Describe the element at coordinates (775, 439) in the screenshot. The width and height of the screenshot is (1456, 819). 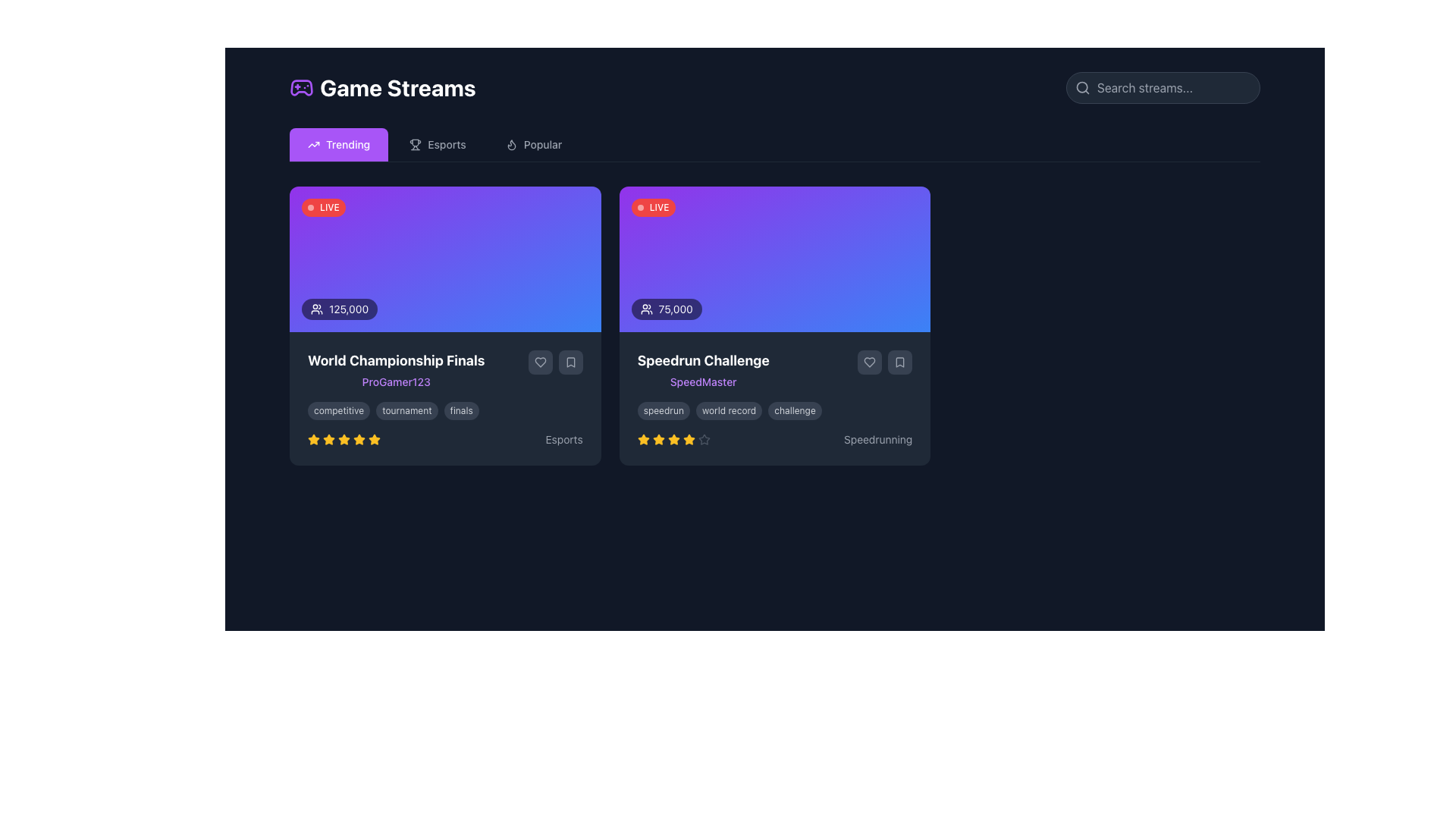
I see `text label located at the bottom-right of the 'Speedrun Challenge' card that denotes 'Speedrunning'` at that location.